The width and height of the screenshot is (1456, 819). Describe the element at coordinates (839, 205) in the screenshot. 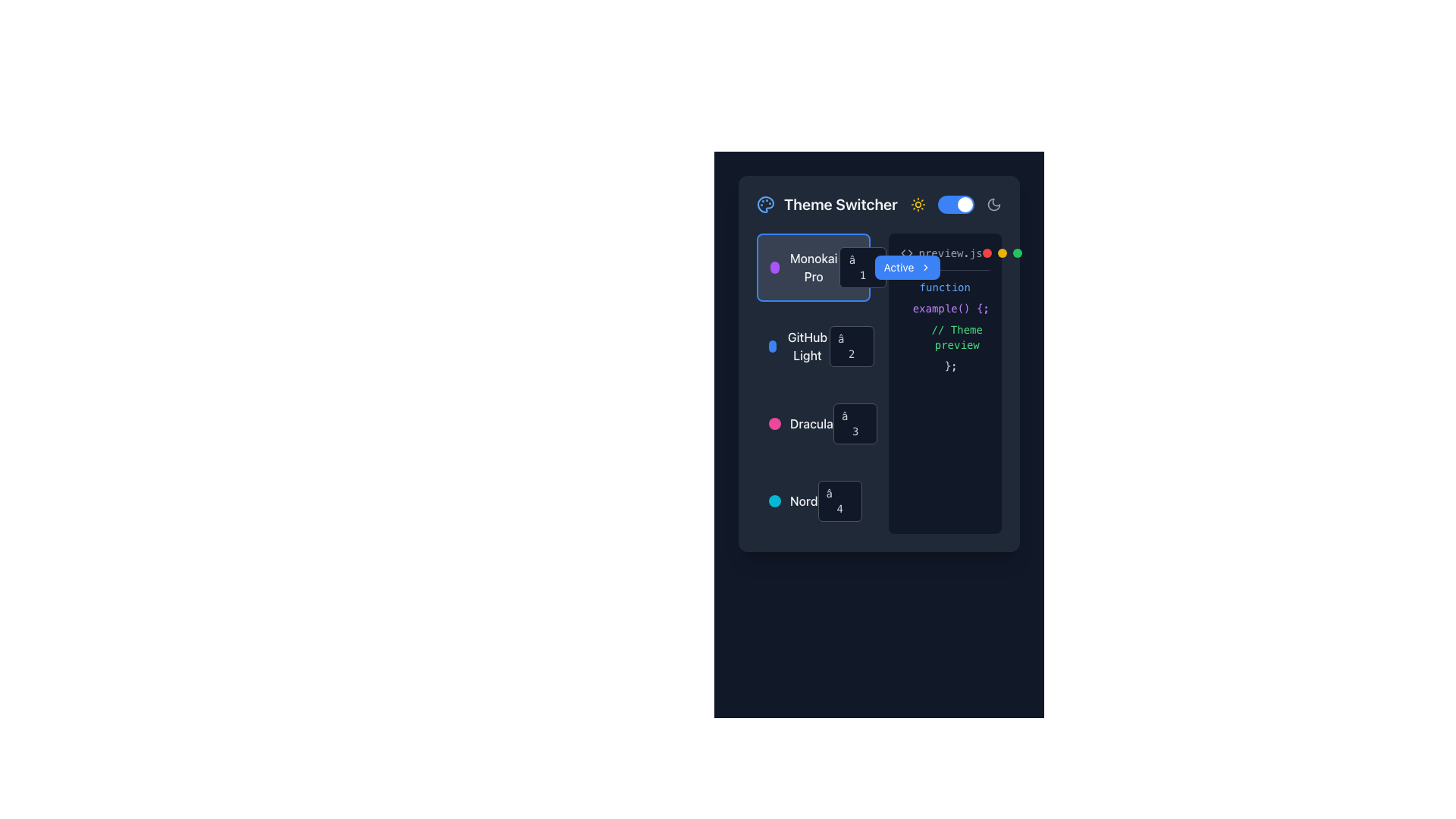

I see `static label describing the theme customization section in the settings panel, positioned between a decorative palette icon and theme-related toggles` at that location.